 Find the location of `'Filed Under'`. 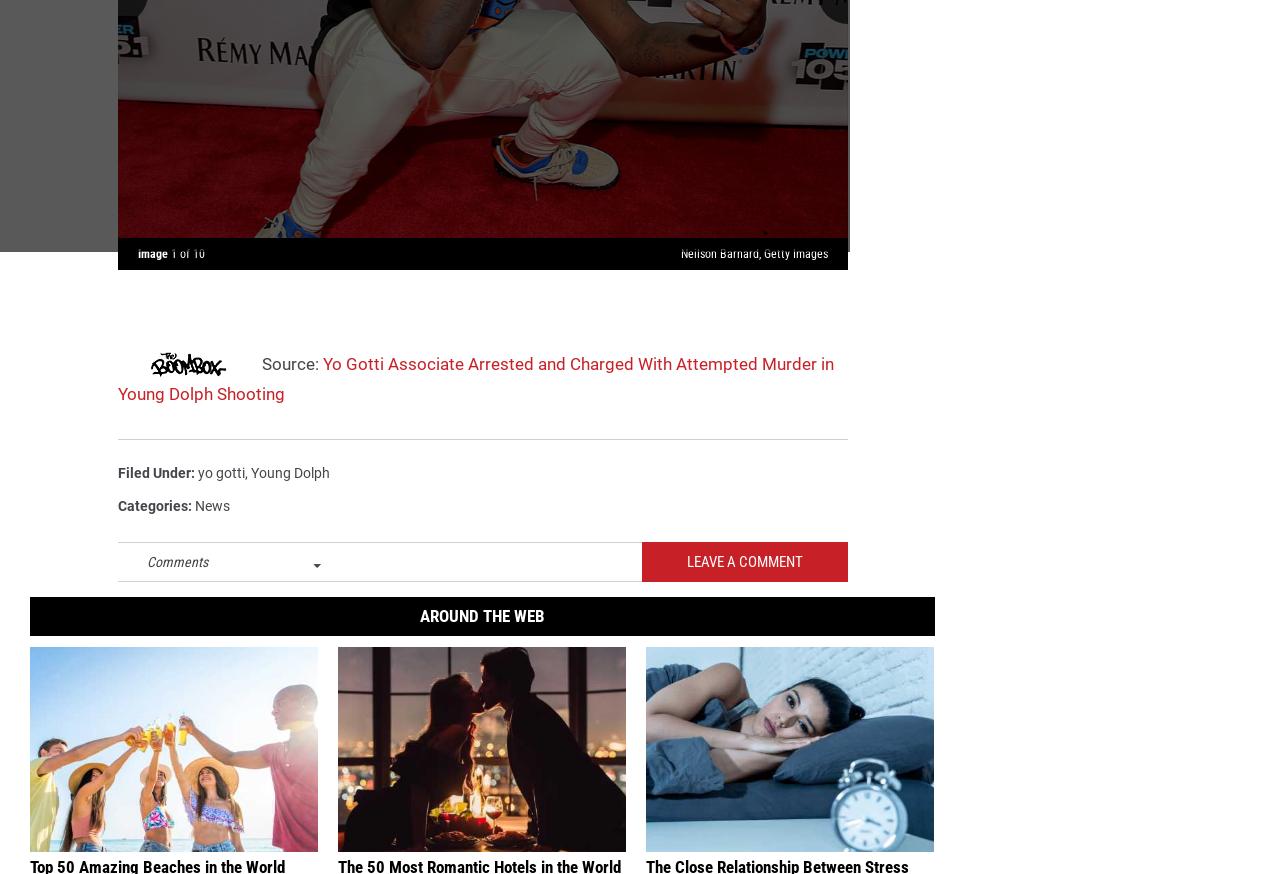

'Filed Under' is located at coordinates (154, 479).